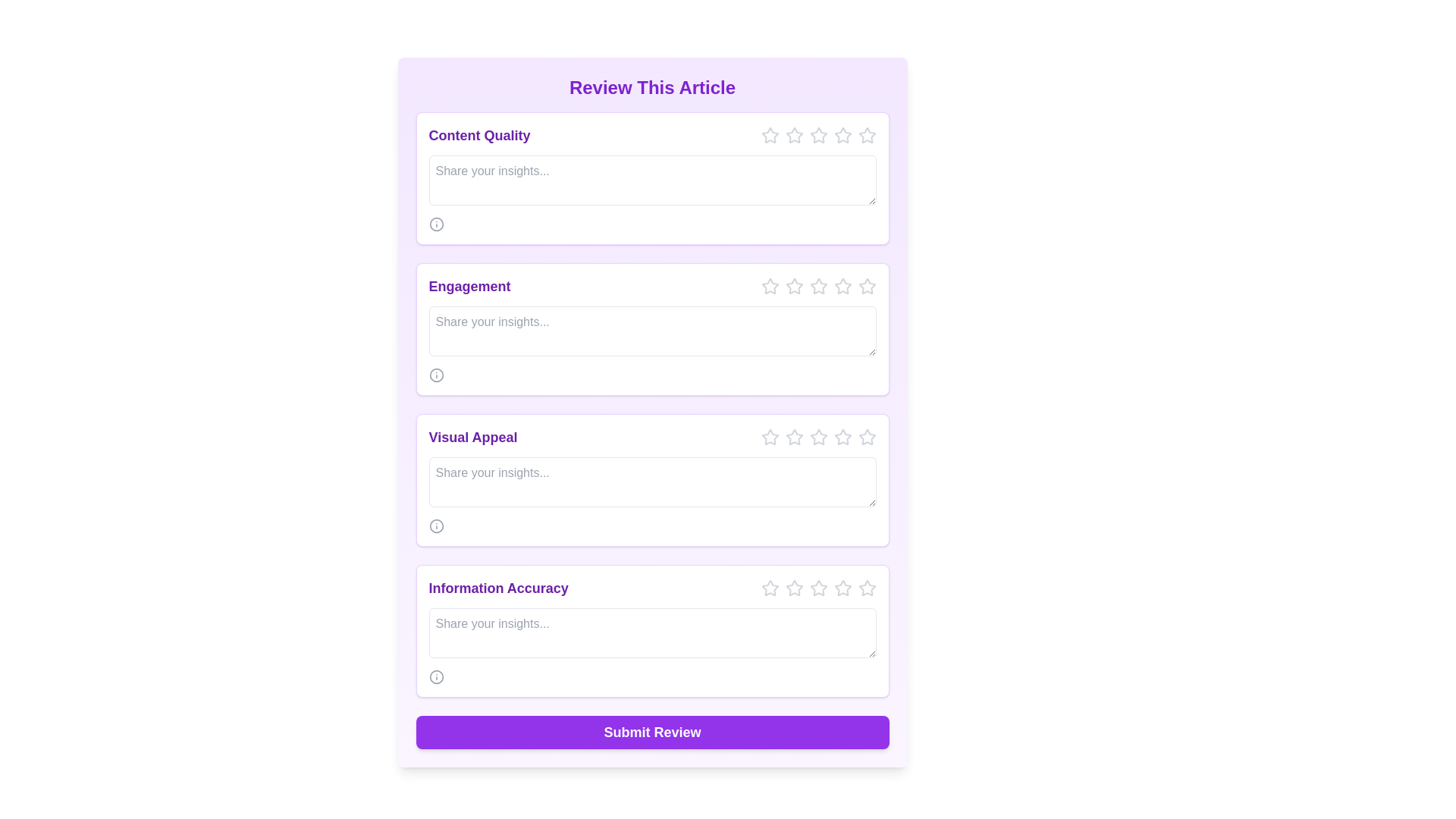 This screenshot has width=1456, height=819. I want to click on the Title and rating component, so click(652, 438).